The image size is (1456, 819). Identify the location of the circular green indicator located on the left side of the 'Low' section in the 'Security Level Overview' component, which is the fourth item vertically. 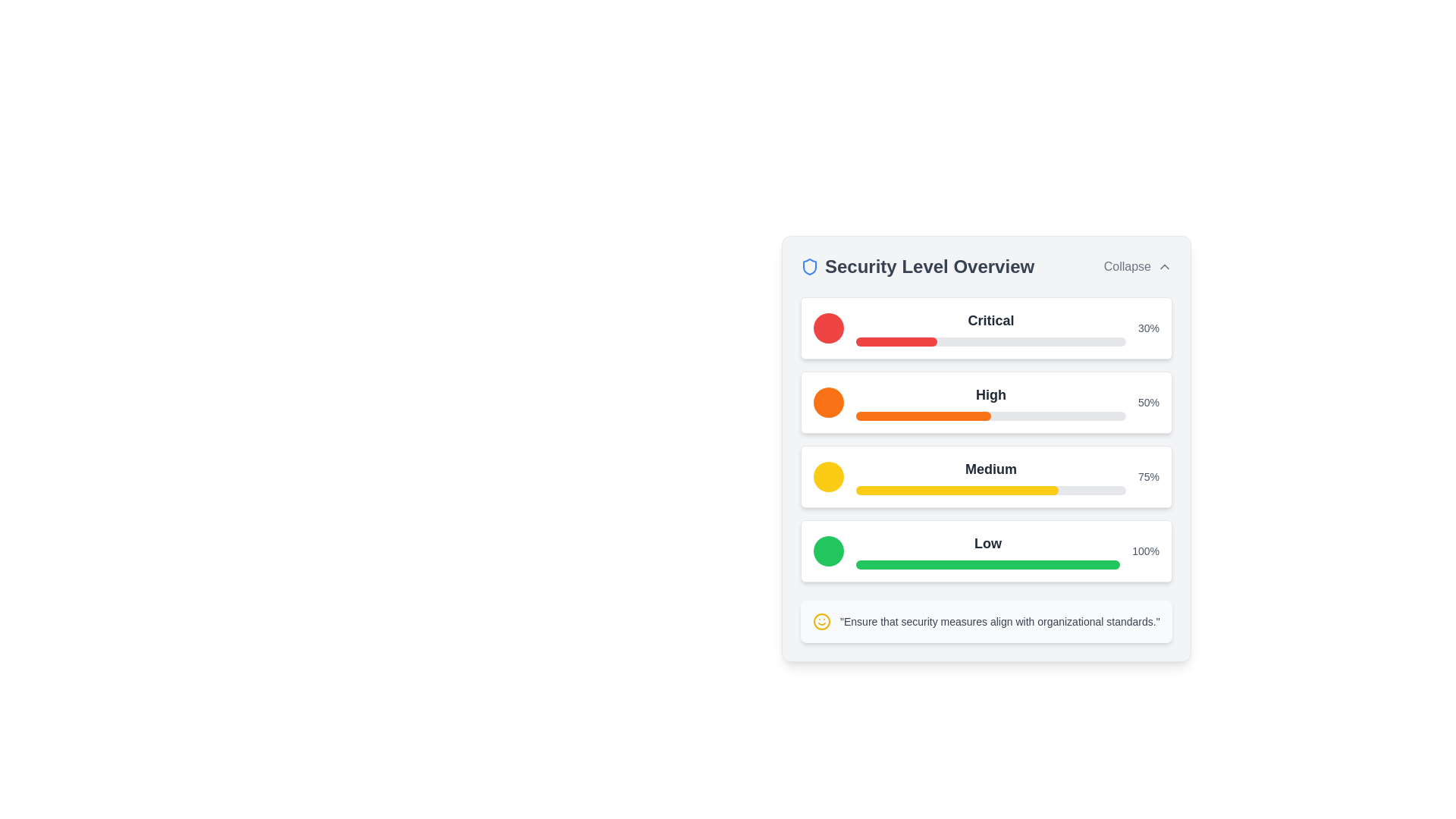
(828, 551).